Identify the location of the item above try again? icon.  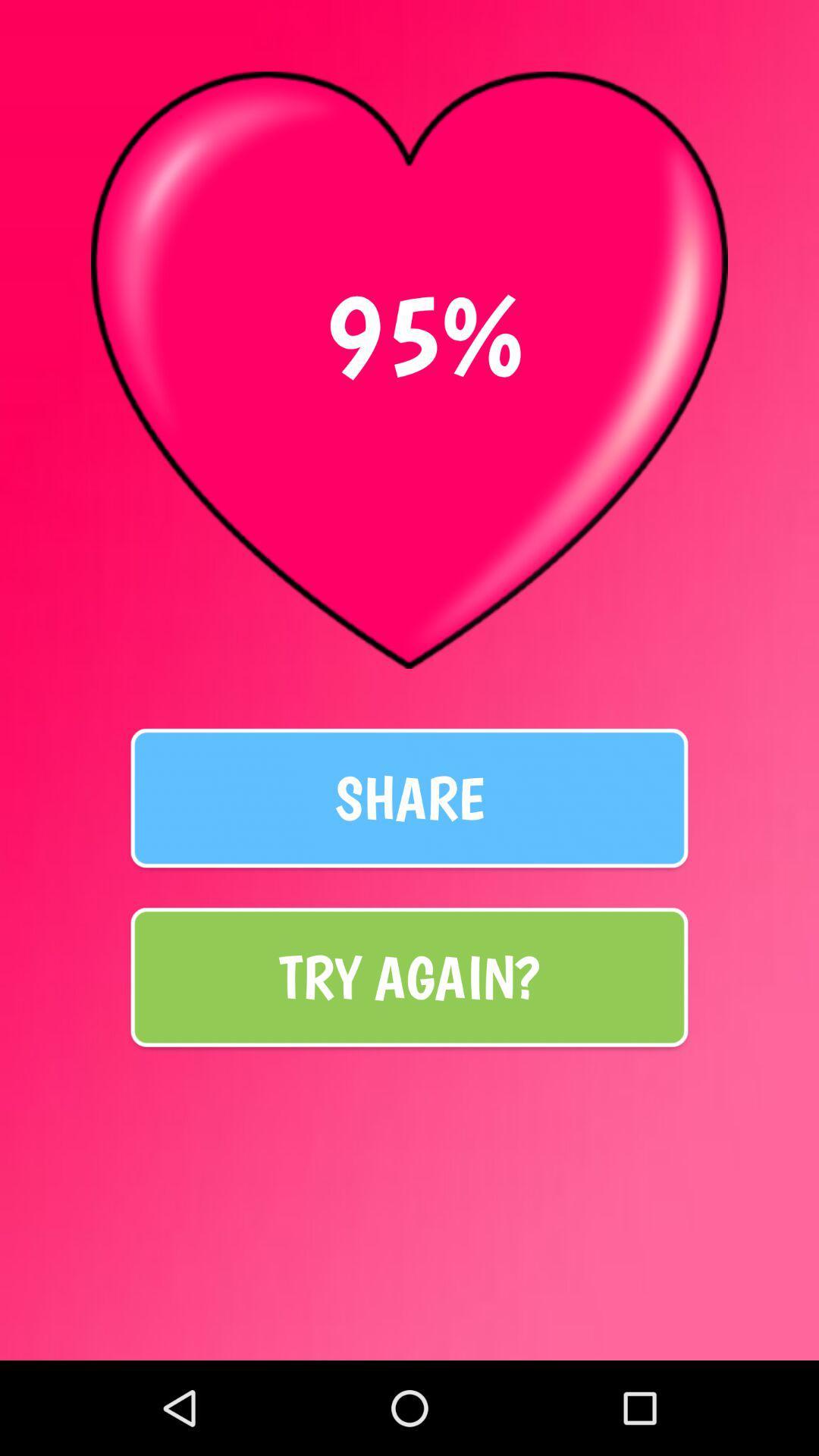
(409, 797).